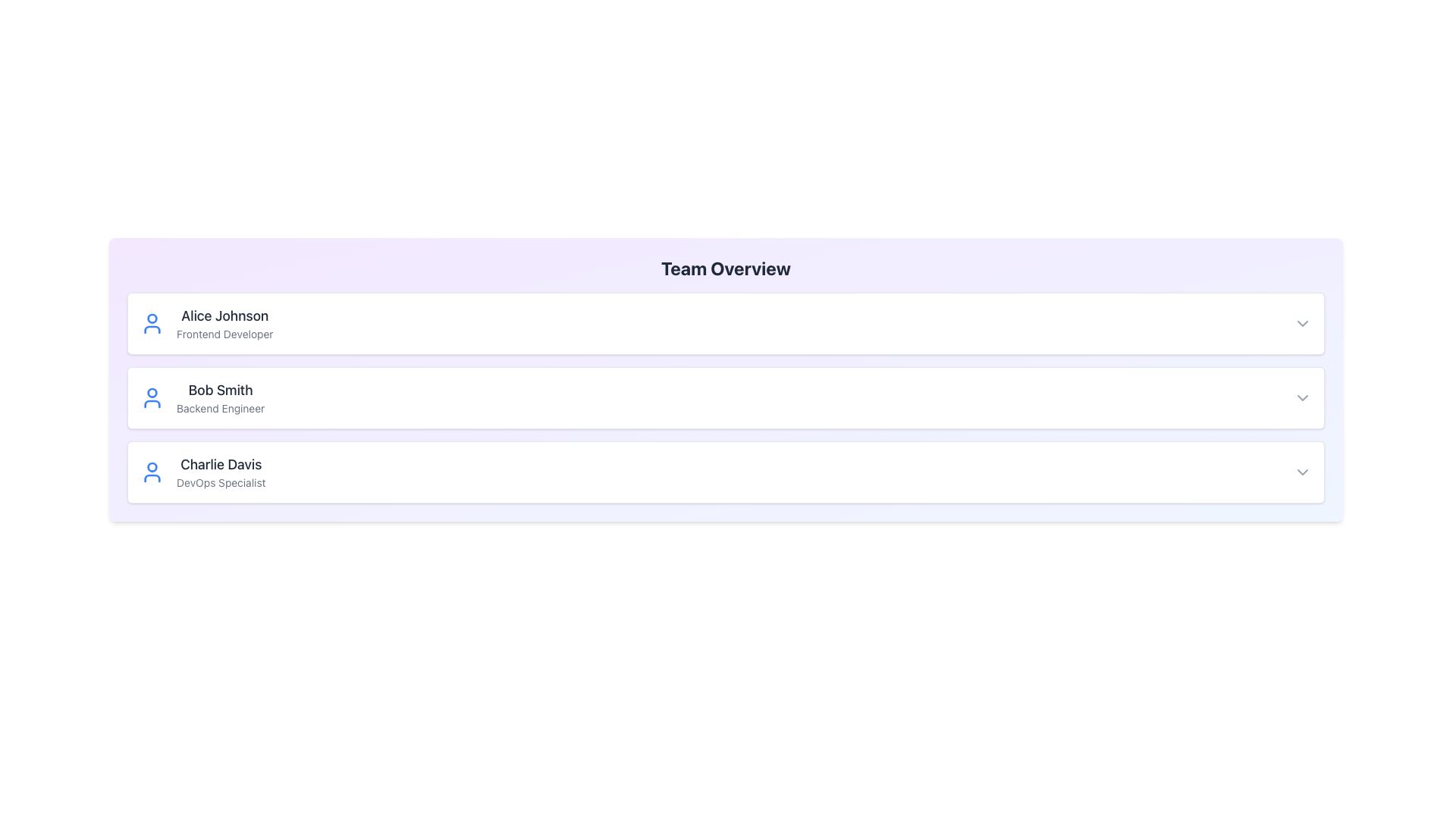 This screenshot has height=819, width=1456. What do you see at coordinates (220, 482) in the screenshot?
I see `the text element displaying 'DevOps Specialist', which is positioned below 'Charlie Davis' and aligned to the left` at bounding box center [220, 482].